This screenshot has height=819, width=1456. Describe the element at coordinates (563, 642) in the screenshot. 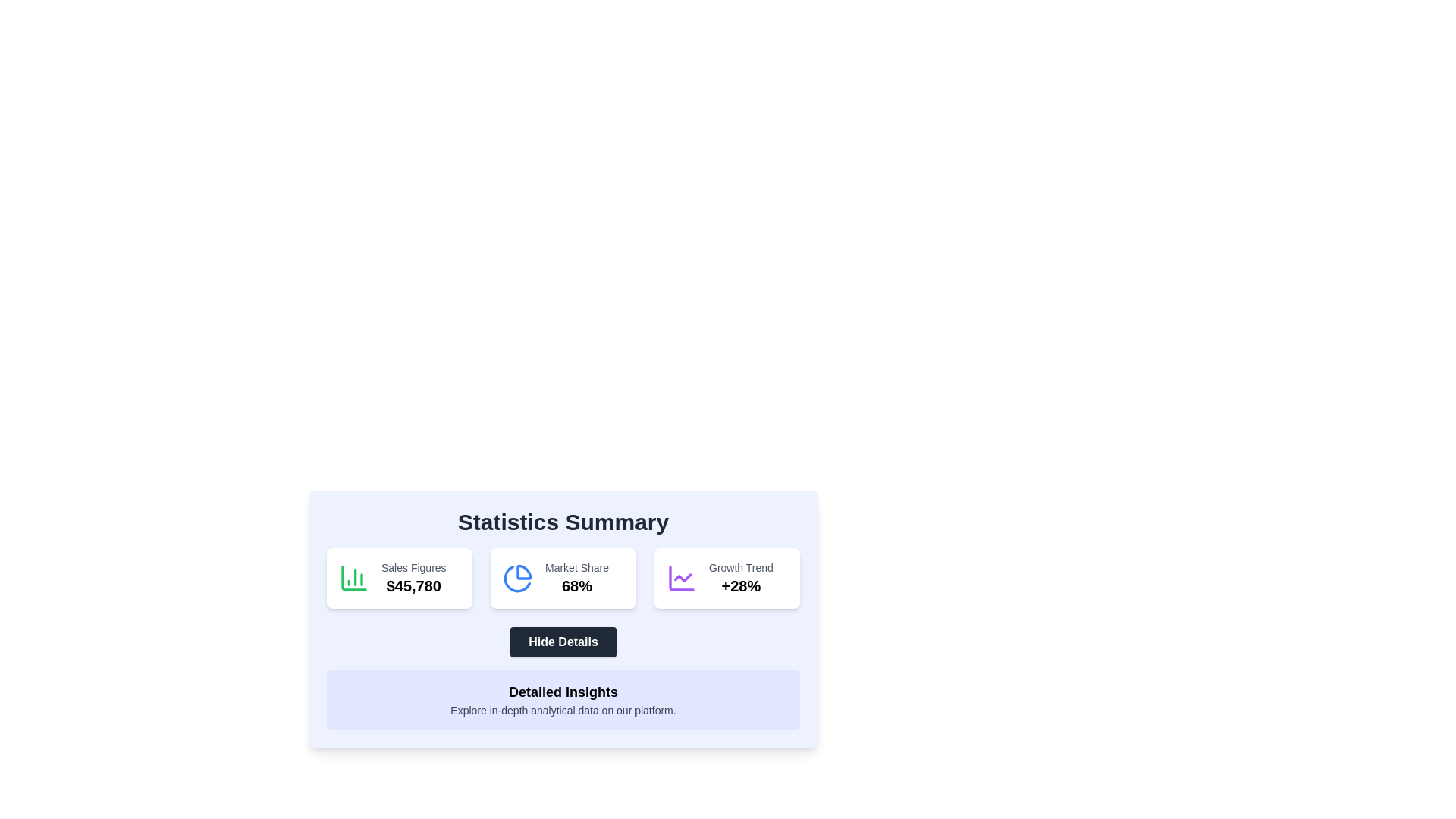

I see `the 'Hide Details' button, which is a rectangular button with bold white text on a dark gray background, positioned centrally below the statistical summaries` at that location.